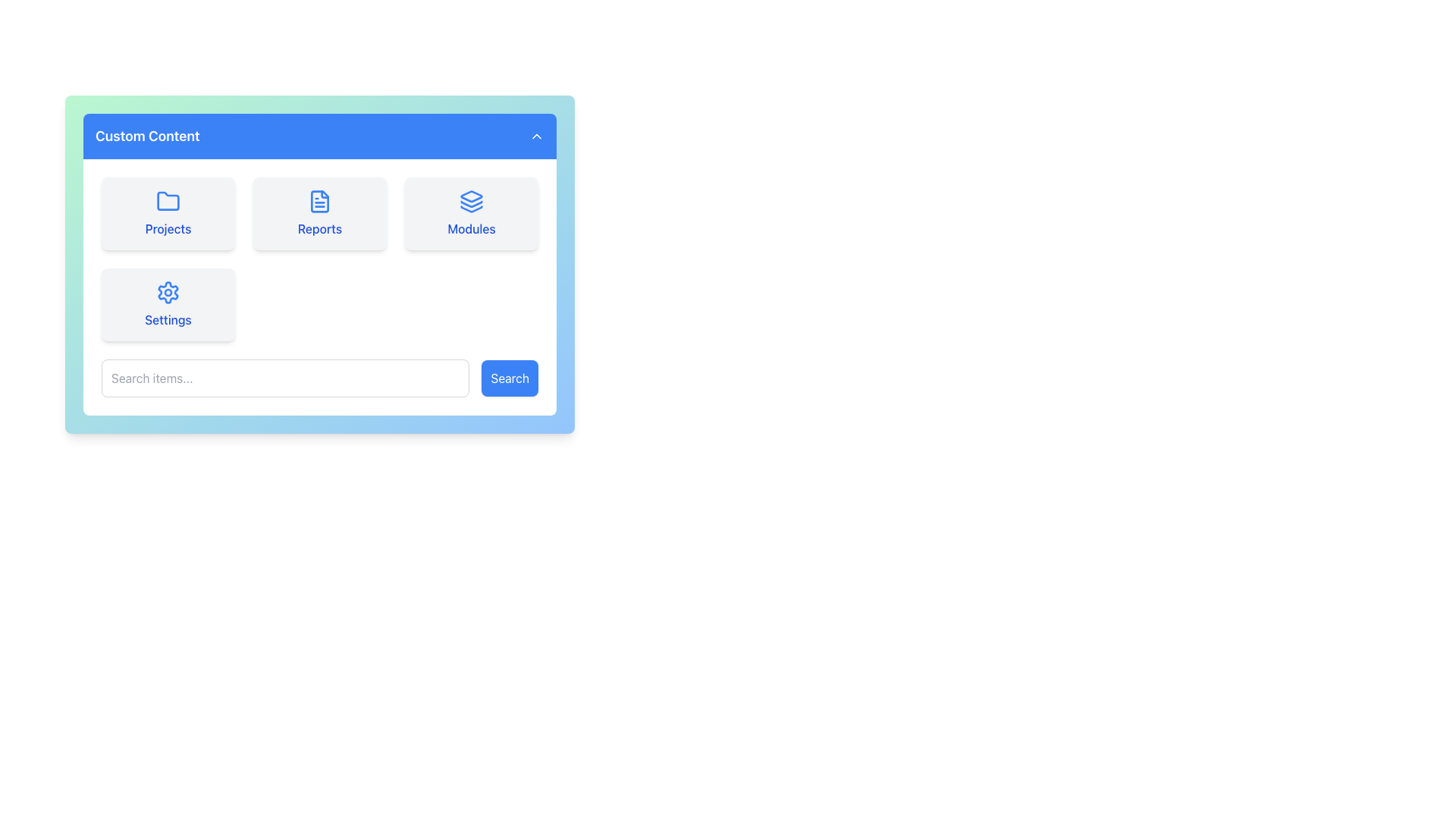  I want to click on the settings button-like card component located in the bottom-left corner of the grid, which is the fourth option in the navigational cards, so click(168, 304).